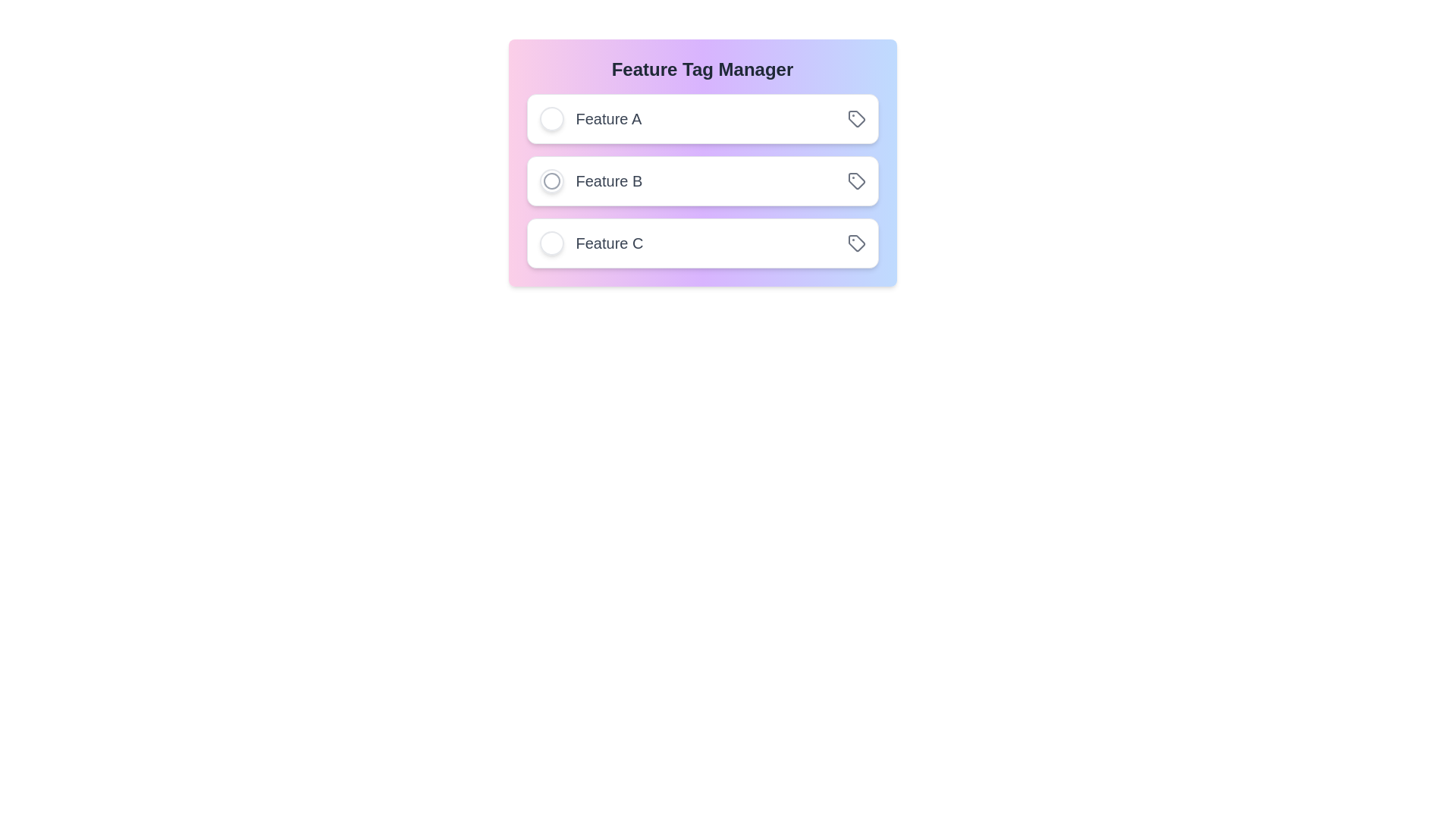 This screenshot has width=1456, height=819. Describe the element at coordinates (855, 117) in the screenshot. I see `the first tag icon associated with 'Feature A'` at that location.